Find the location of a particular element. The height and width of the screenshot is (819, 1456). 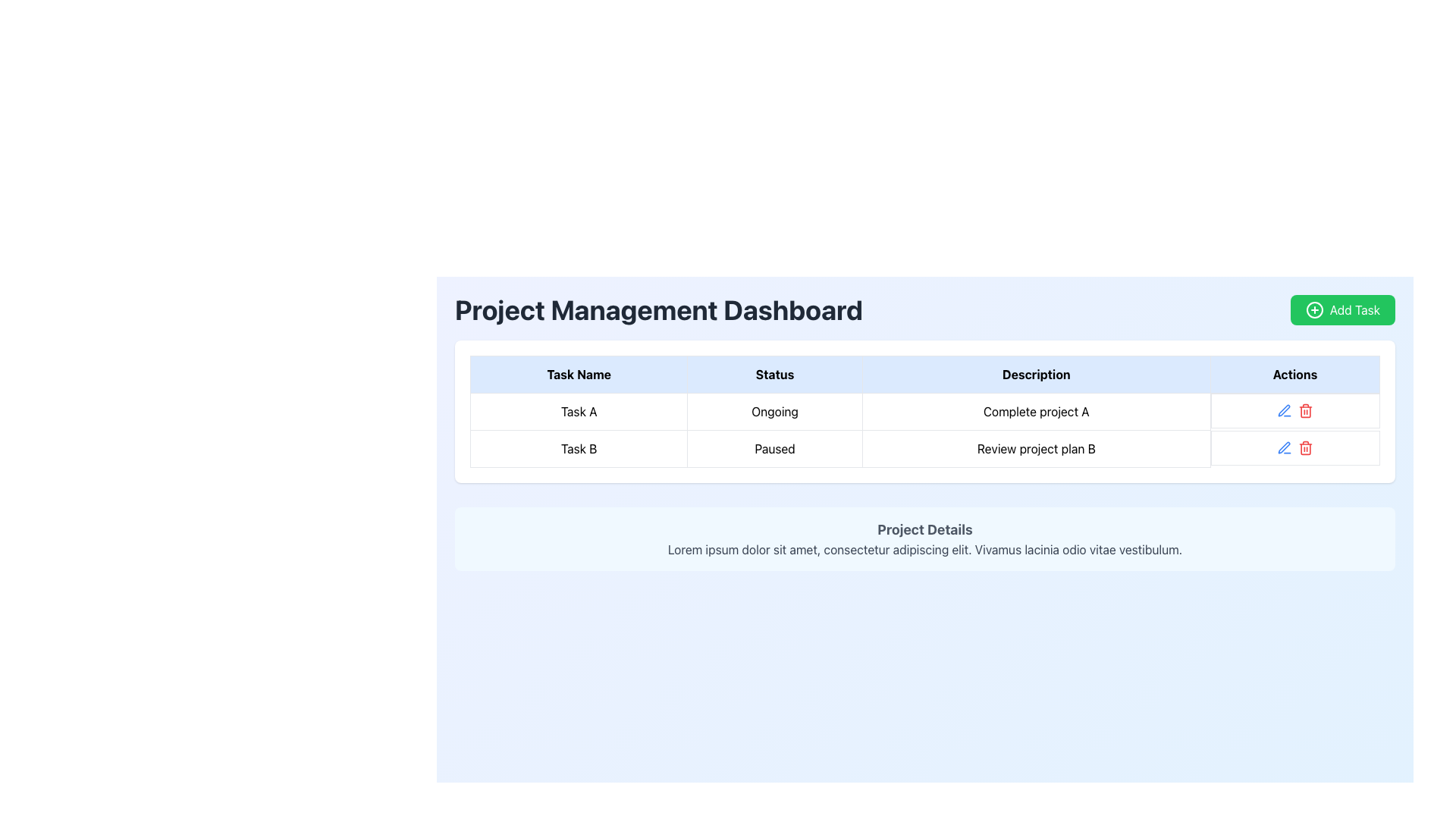

the 'Status' text label in the header row of the table, which is displayed in bold black font and is located between 'Task Name' and 'Description' is located at coordinates (775, 374).